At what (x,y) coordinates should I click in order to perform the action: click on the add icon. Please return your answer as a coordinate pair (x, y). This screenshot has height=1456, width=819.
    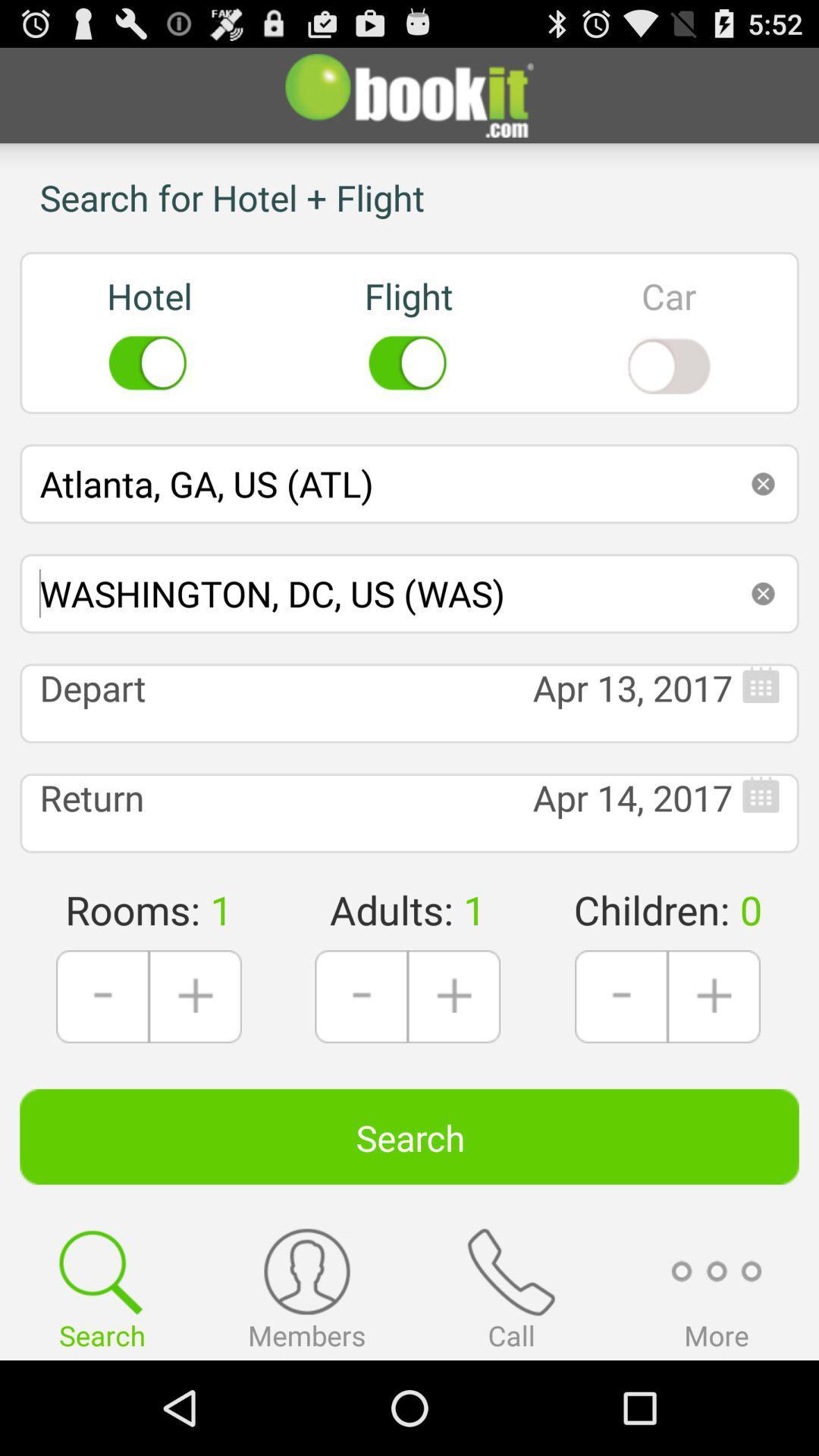
    Looking at the image, I should click on (194, 1065).